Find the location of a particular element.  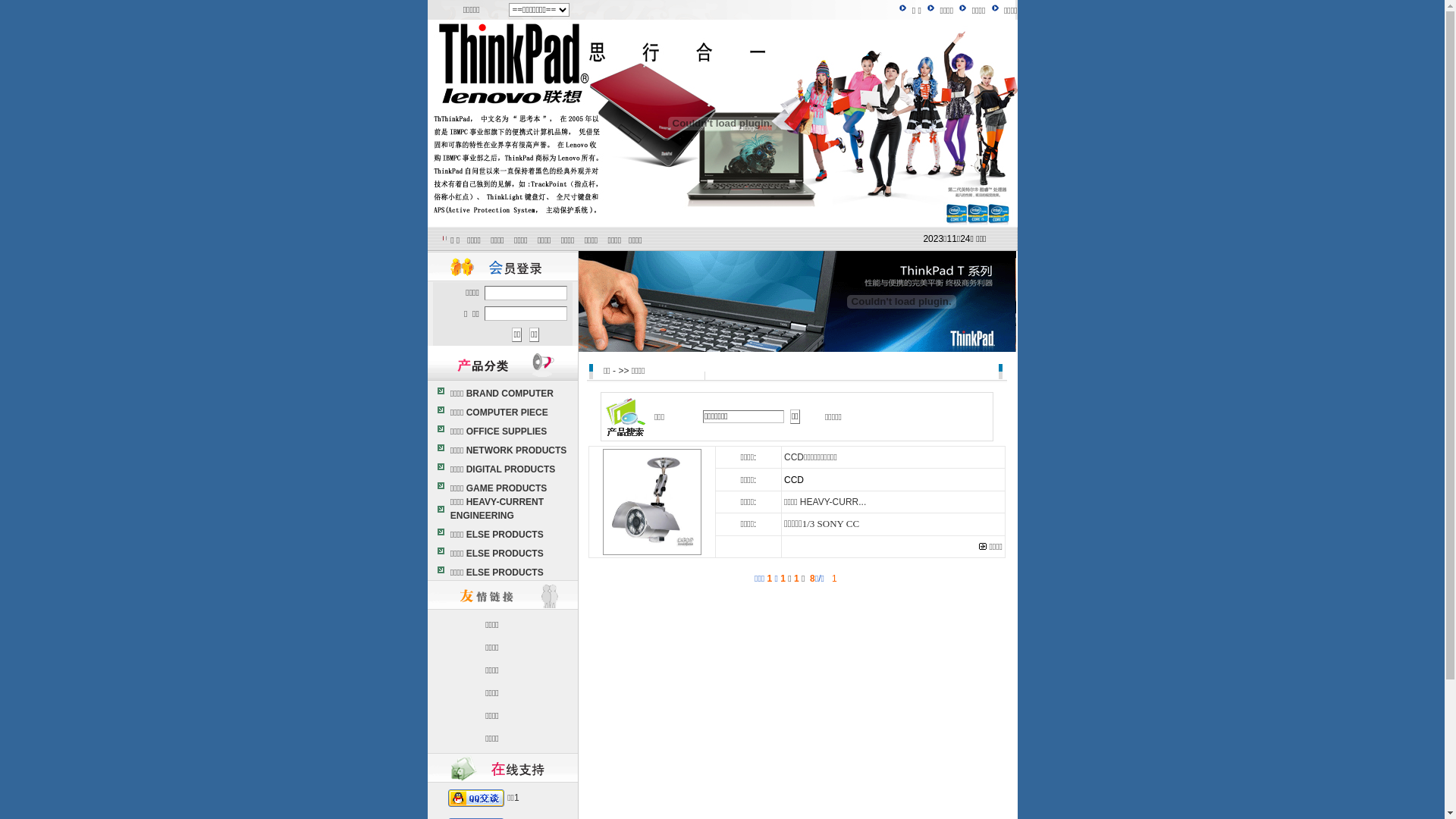

'CCD' is located at coordinates (792, 479).